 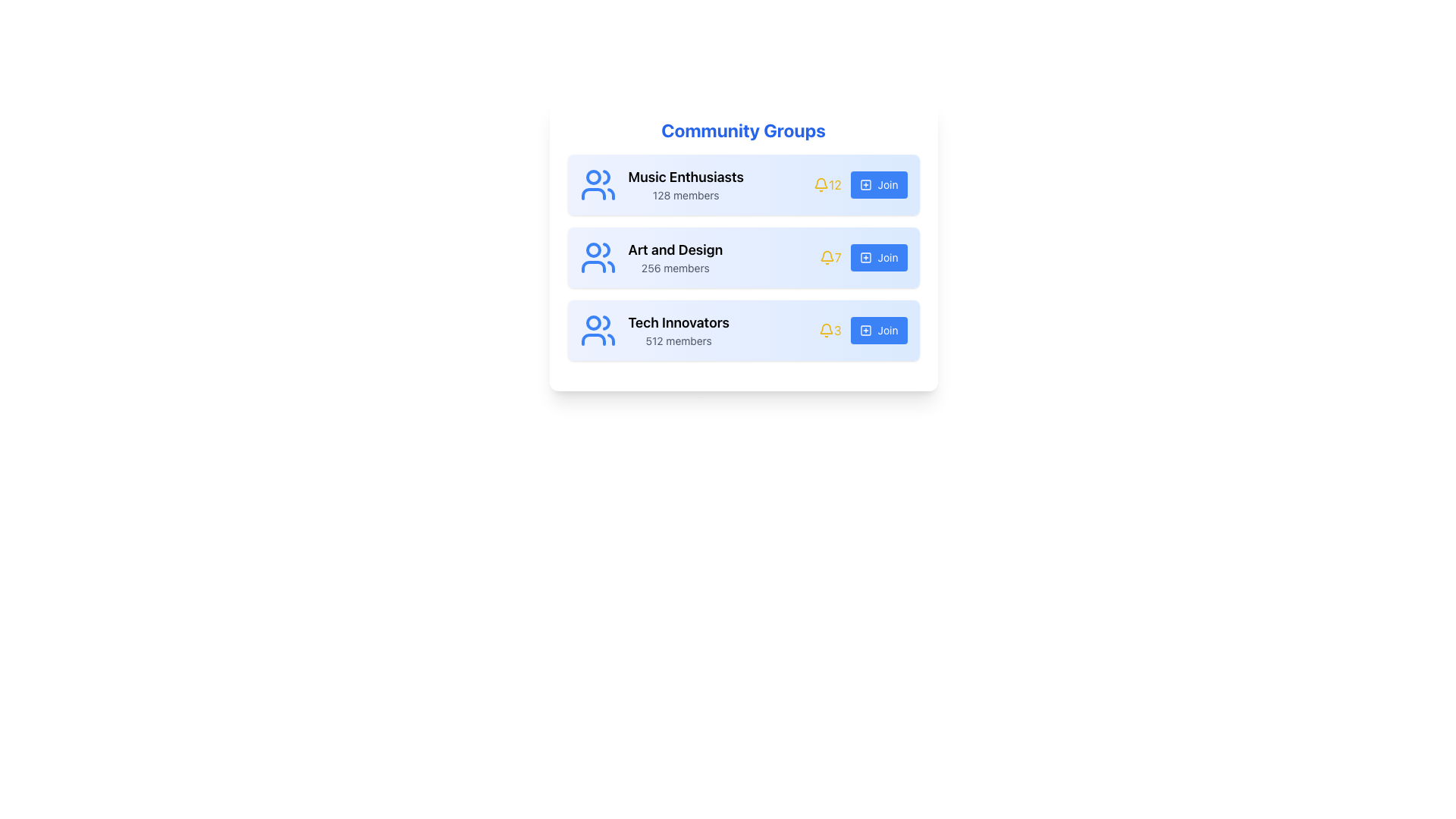 I want to click on the numeric text '7' which is styled in yellow, located next to the bell icon in the 'Community Groups' section, so click(x=830, y=256).